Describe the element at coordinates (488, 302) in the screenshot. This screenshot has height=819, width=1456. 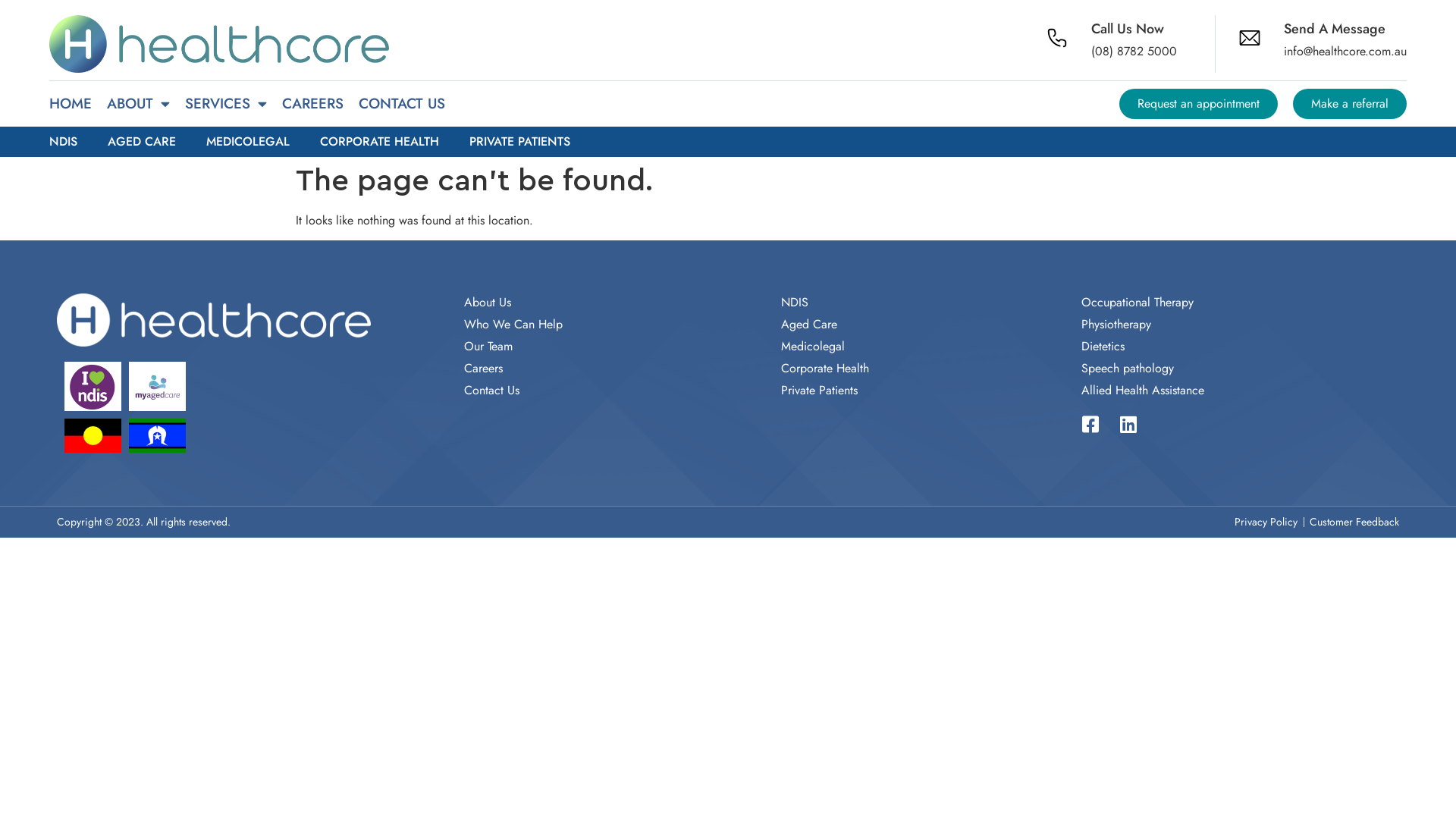
I see `'About Us'` at that location.